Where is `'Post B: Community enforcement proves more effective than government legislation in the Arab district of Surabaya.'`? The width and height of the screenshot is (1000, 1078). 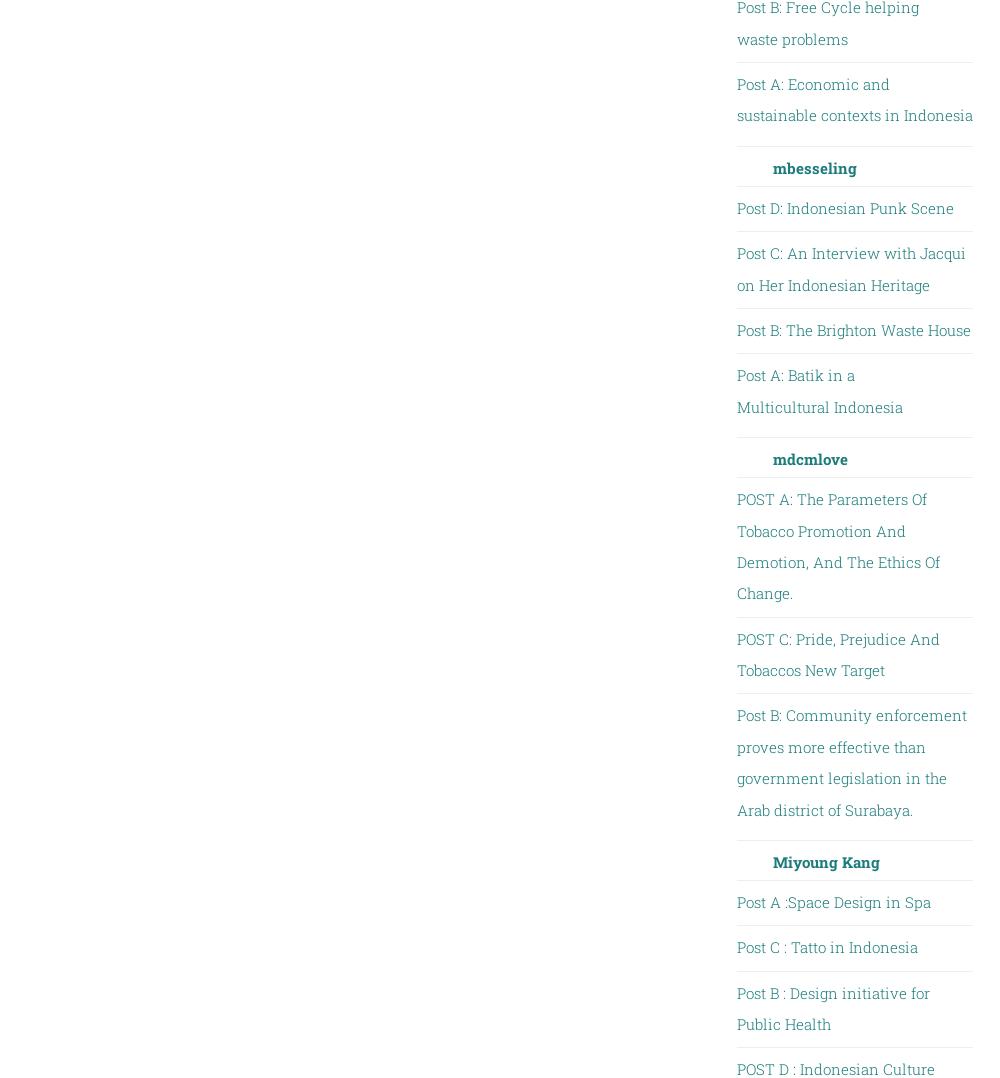 'Post B: Community enforcement proves more effective than government legislation in the Arab district of Surabaya.' is located at coordinates (850, 762).